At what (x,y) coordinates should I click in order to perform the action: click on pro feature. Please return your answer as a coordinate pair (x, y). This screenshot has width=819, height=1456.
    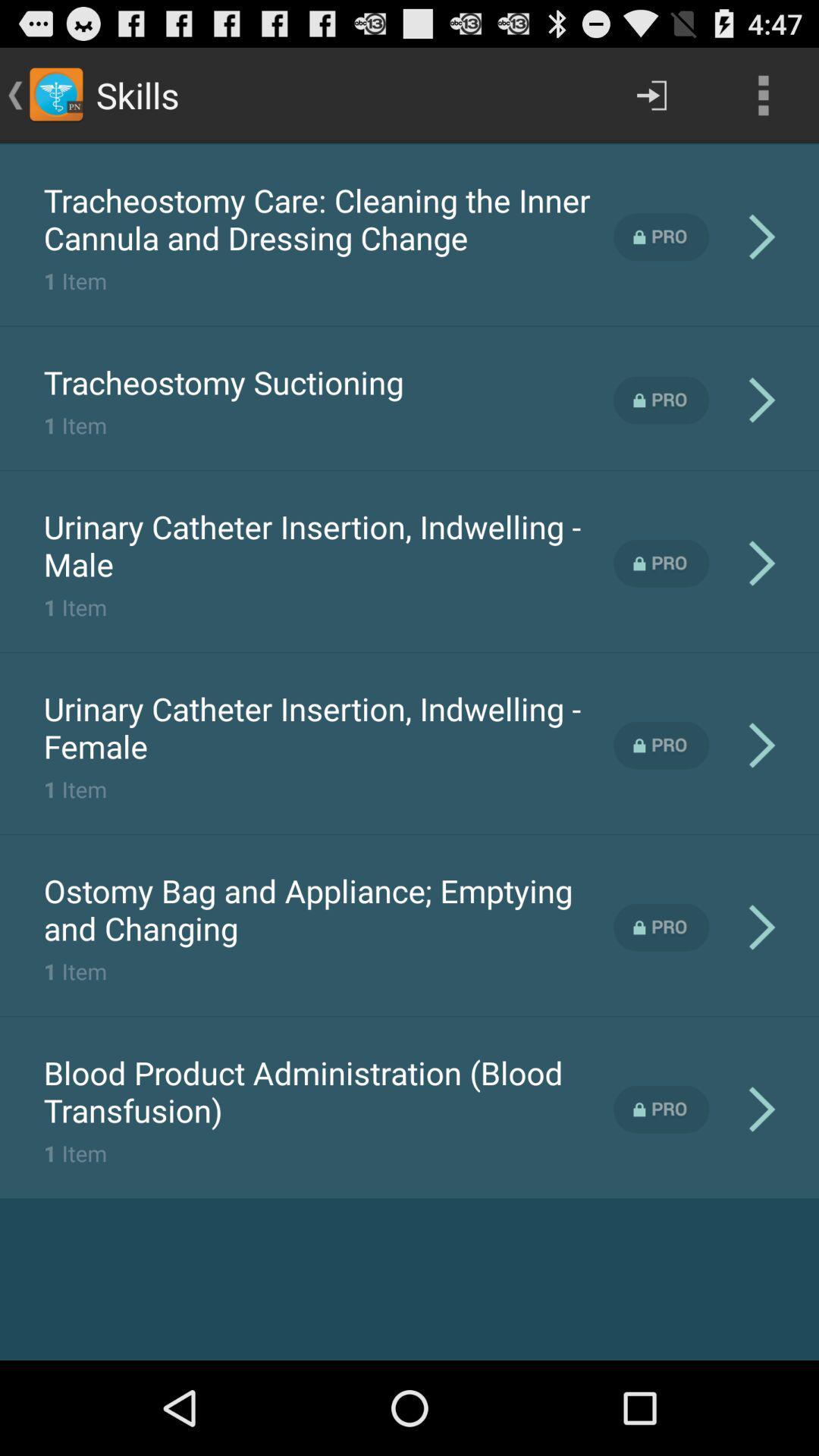
    Looking at the image, I should click on (661, 745).